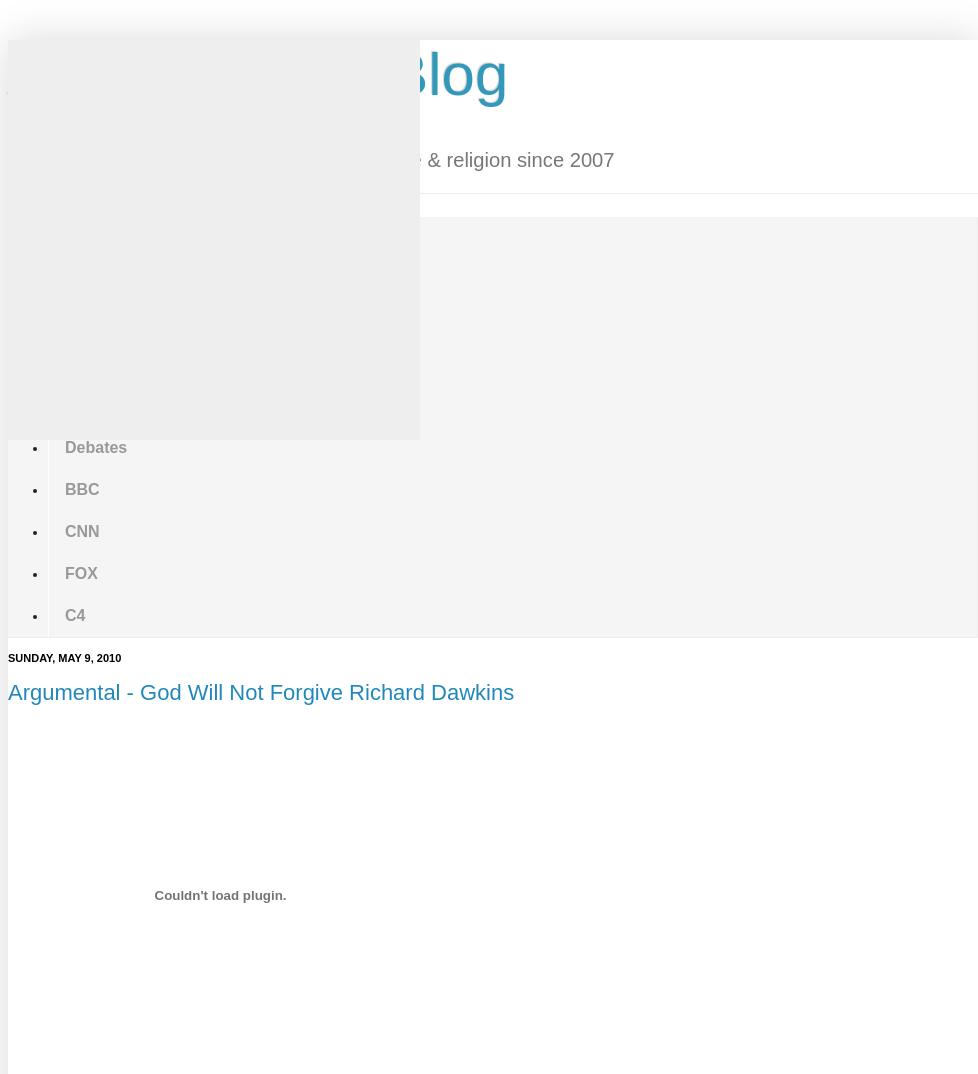 Image resolution: width=978 pixels, height=1074 pixels. I want to click on 'Humor', so click(65, 320).